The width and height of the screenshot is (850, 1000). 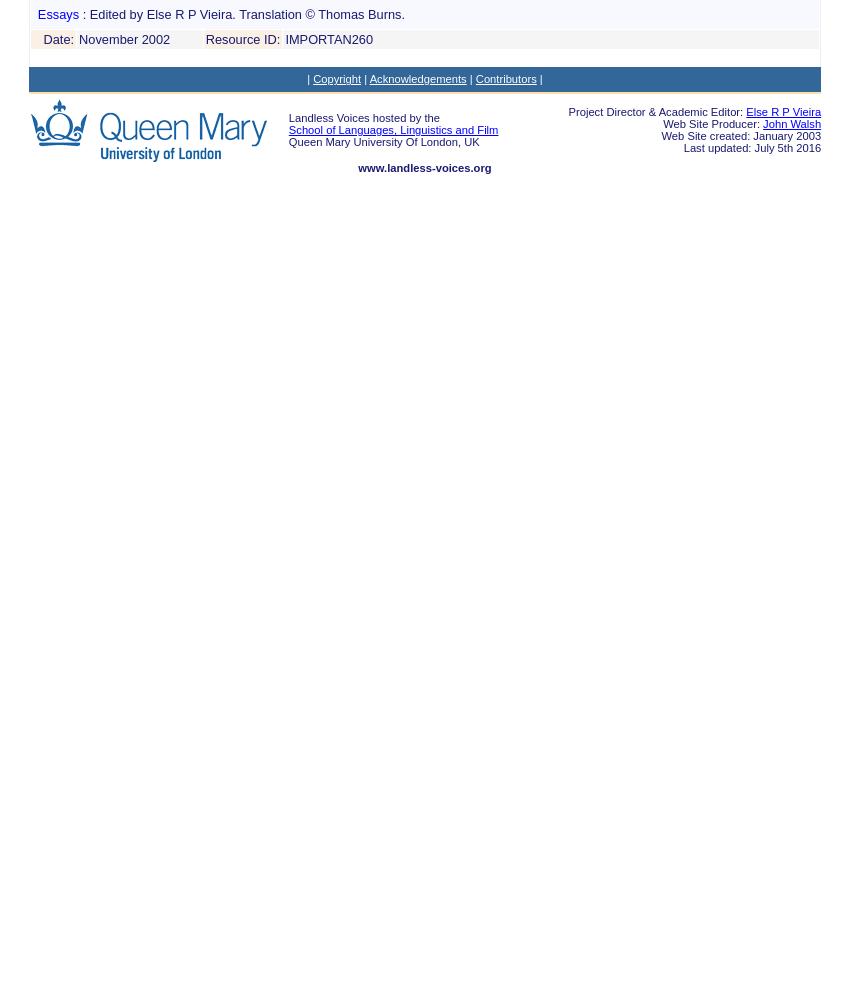 What do you see at coordinates (393, 130) in the screenshot?
I see `'School of Languages, Linguistics and Film'` at bounding box center [393, 130].